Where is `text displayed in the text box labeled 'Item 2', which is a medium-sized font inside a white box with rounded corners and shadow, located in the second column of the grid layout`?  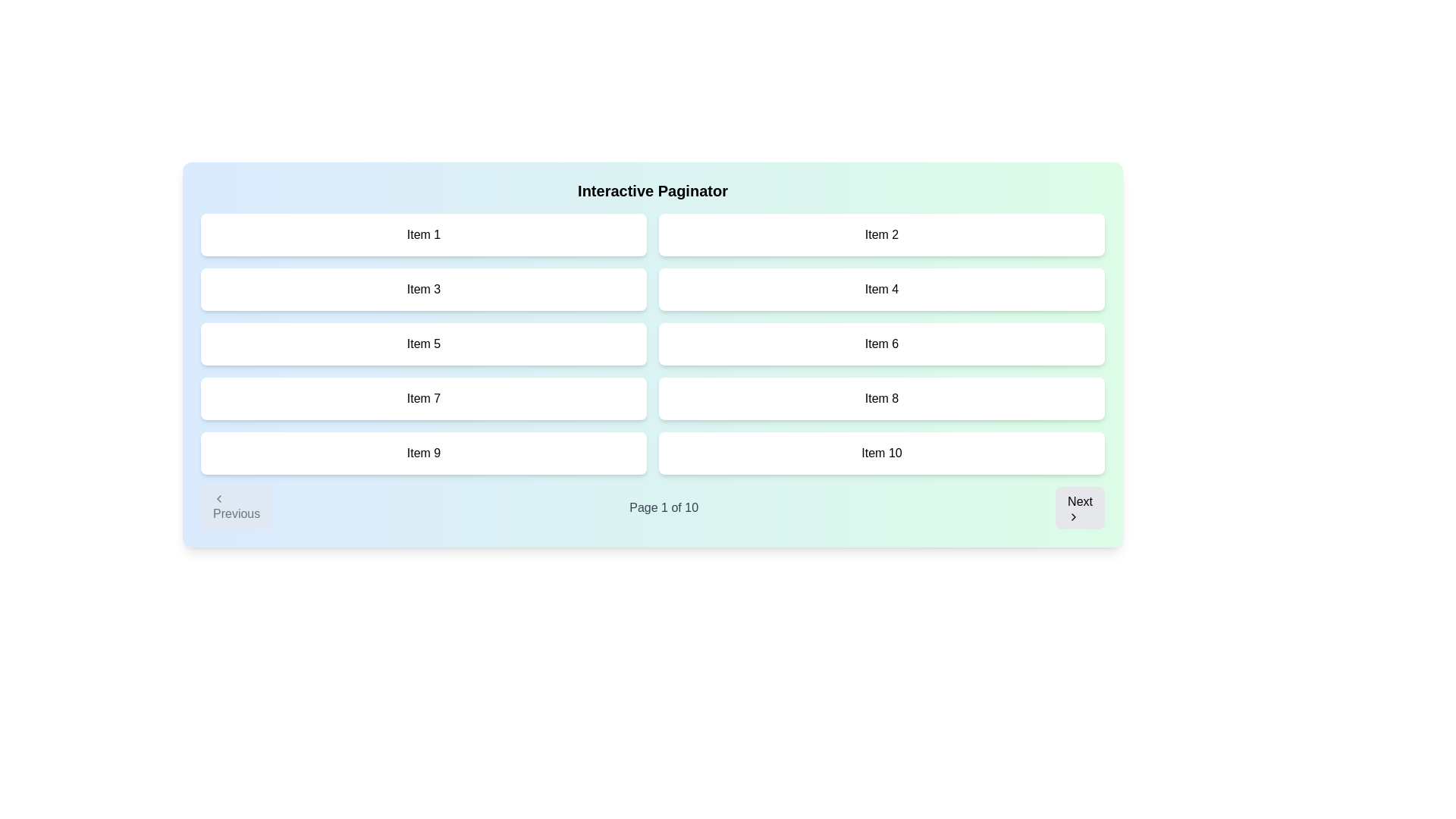 text displayed in the text box labeled 'Item 2', which is a medium-sized font inside a white box with rounded corners and shadow, located in the second column of the grid layout is located at coordinates (881, 234).